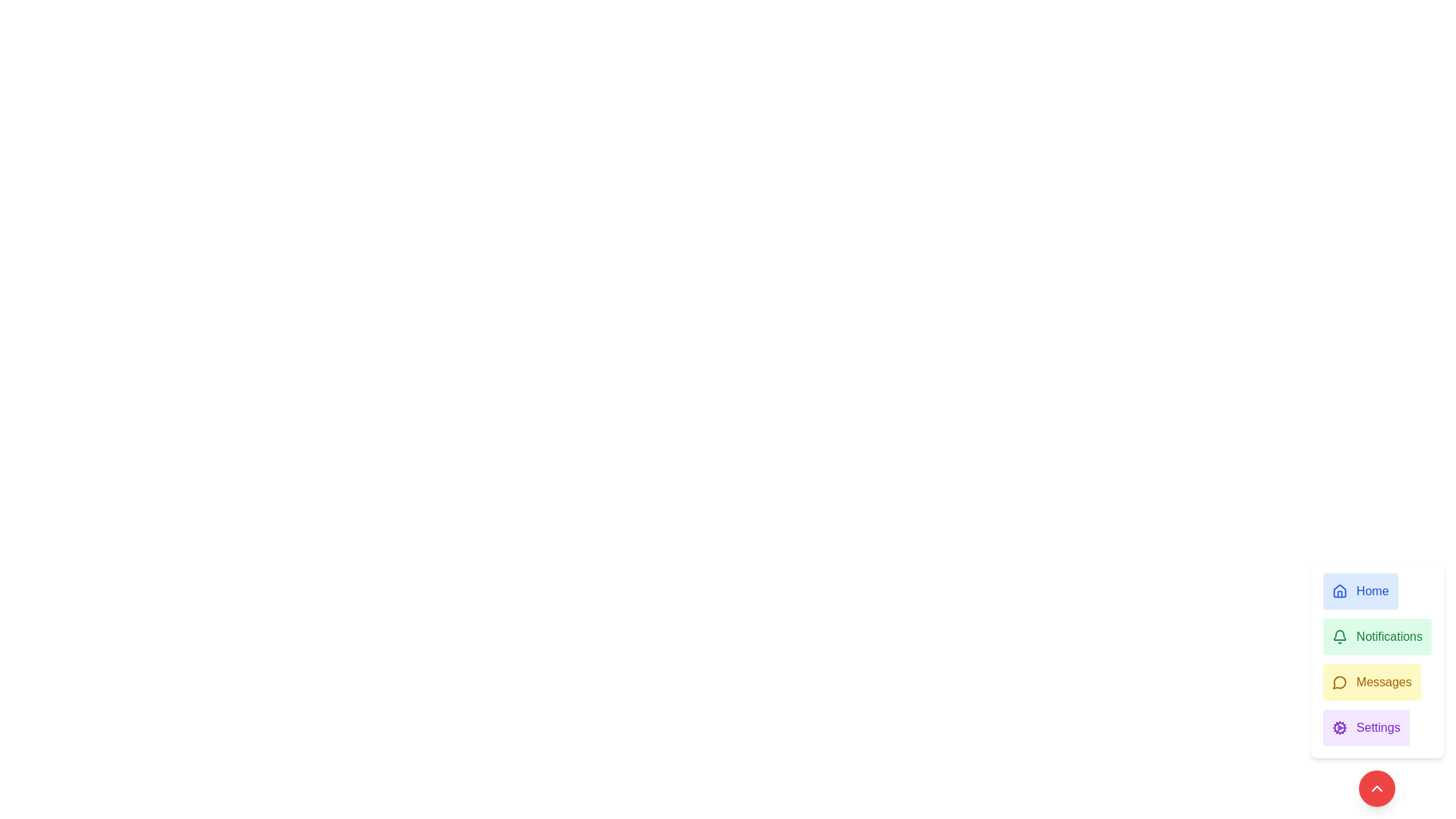  I want to click on the green notification button labeled 'Notifications' with a bell icon, so click(1377, 637).